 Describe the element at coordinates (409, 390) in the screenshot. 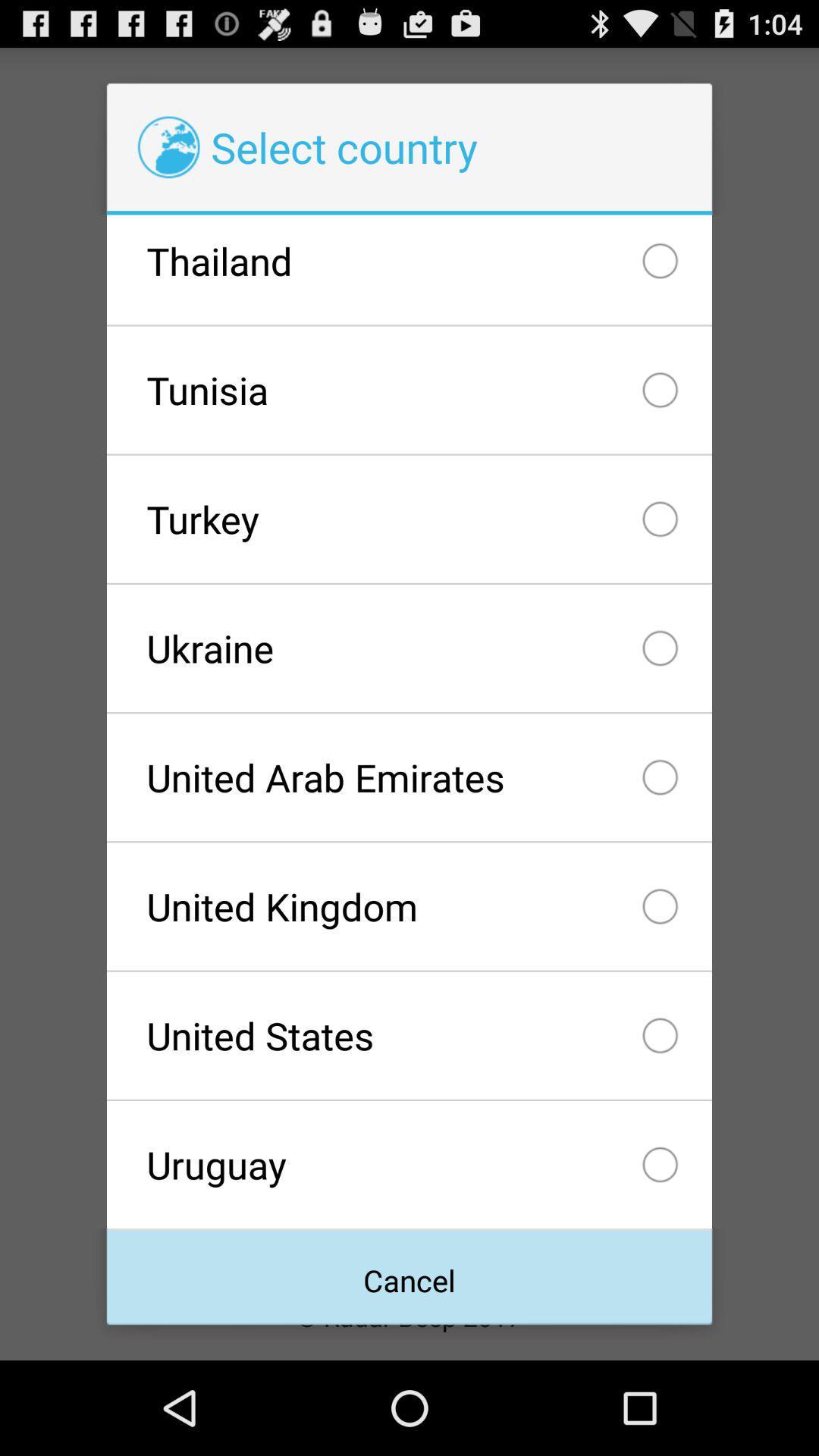

I see `icon above the turkey item` at that location.